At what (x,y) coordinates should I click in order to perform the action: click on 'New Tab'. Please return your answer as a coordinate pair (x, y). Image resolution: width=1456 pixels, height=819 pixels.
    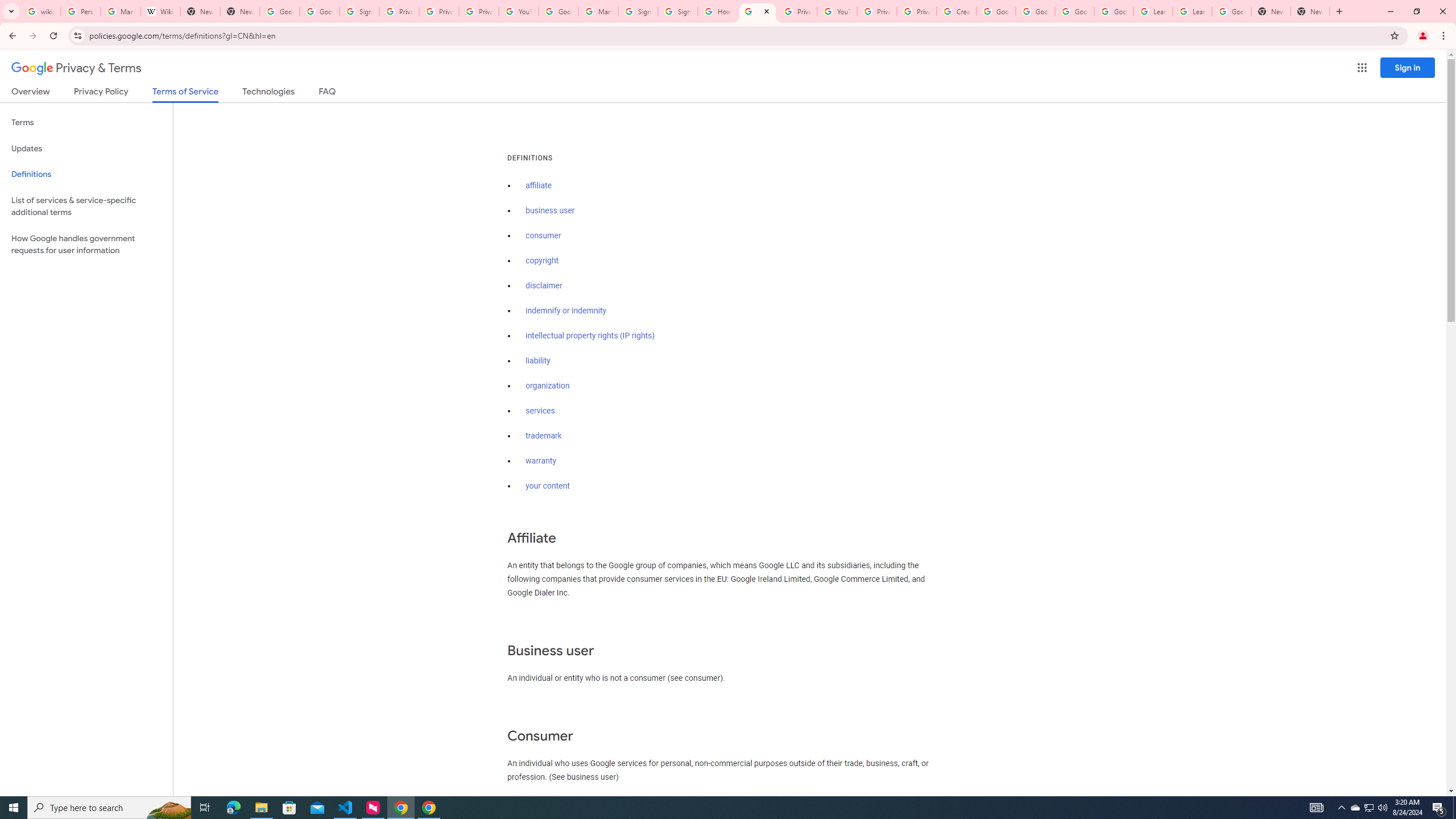
    Looking at the image, I should click on (1270, 11).